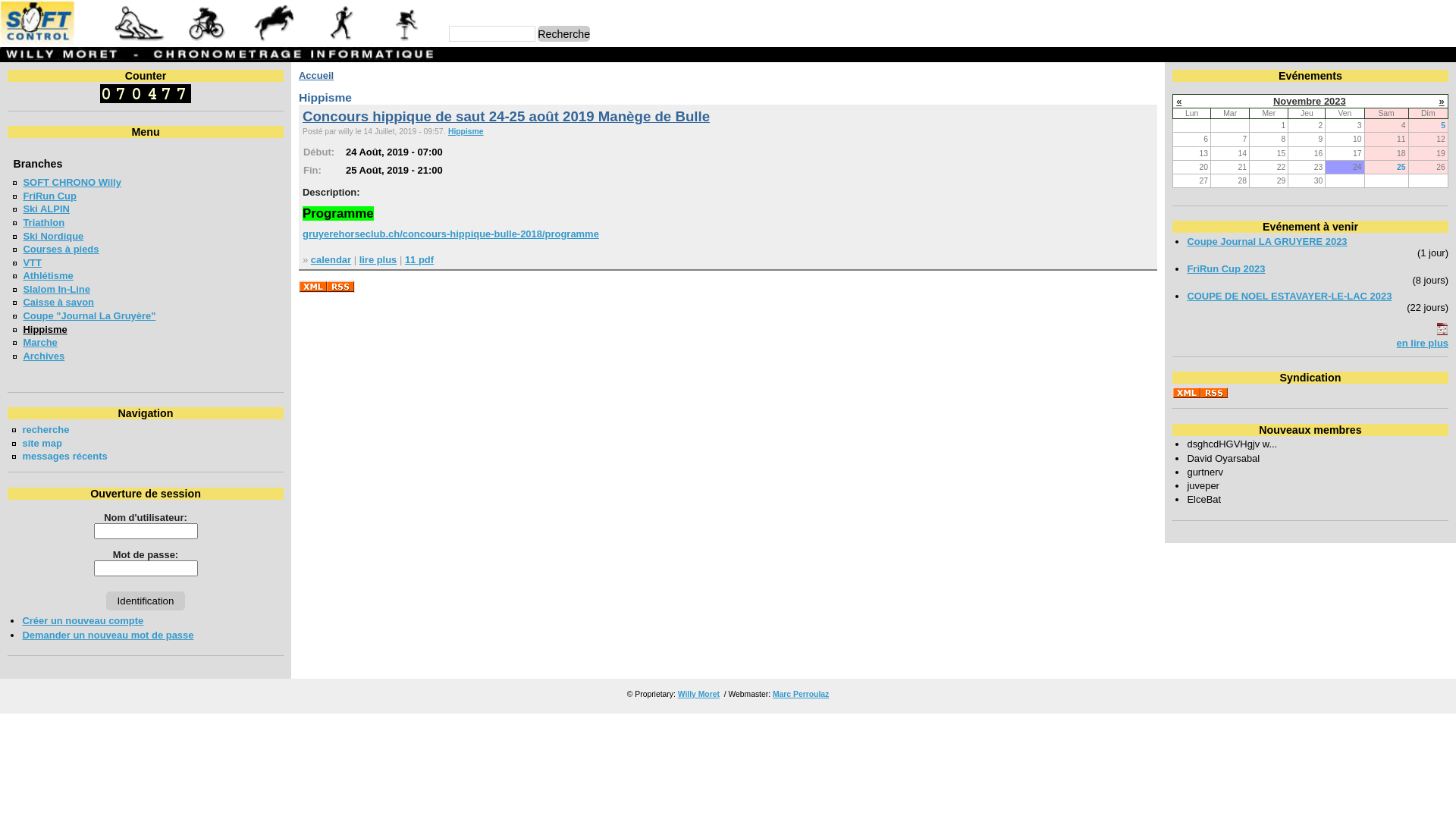  Describe the element at coordinates (1273, 101) in the screenshot. I see `'Novembre 2023'` at that location.